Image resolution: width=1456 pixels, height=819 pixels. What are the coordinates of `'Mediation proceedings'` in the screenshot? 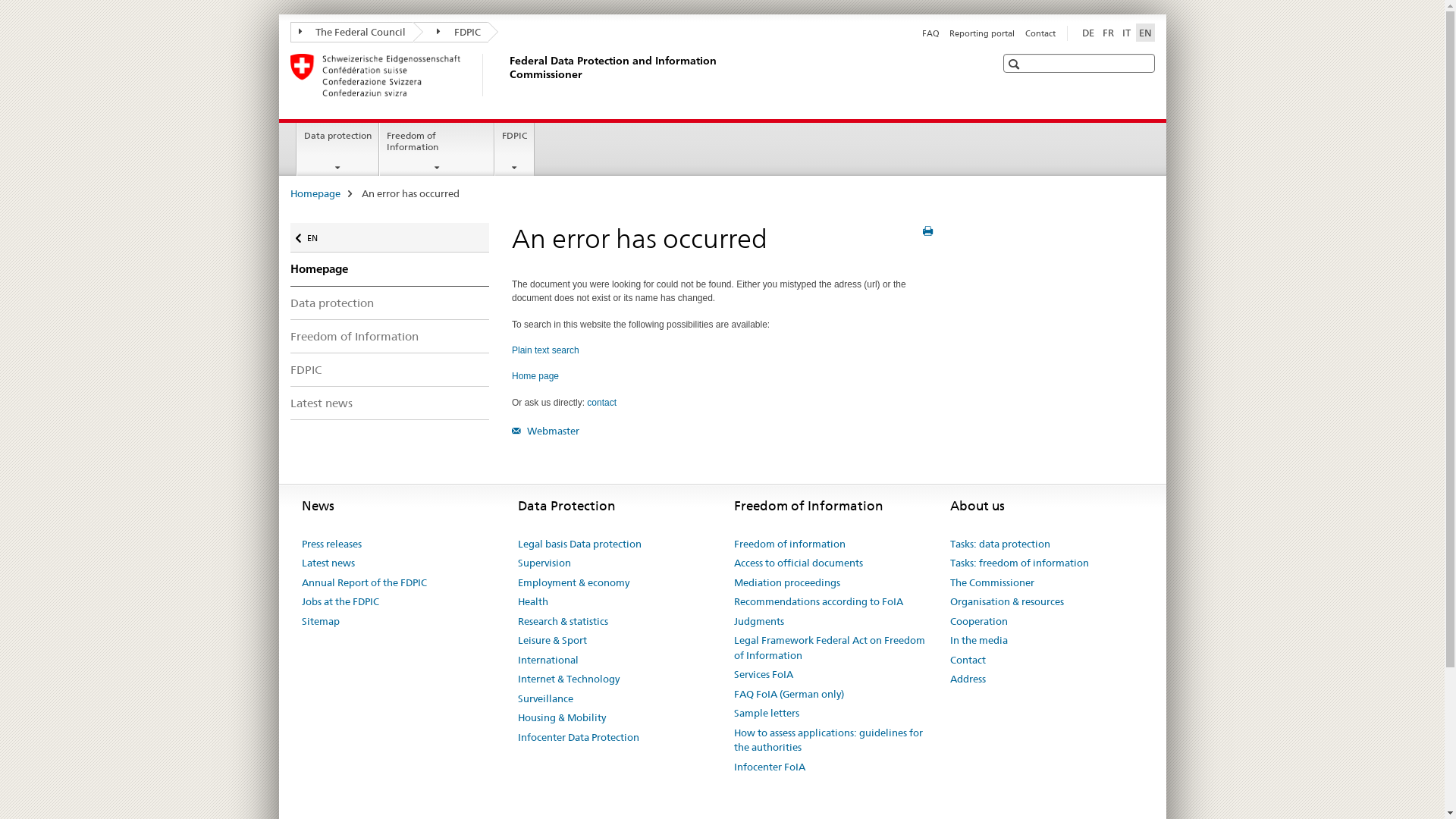 It's located at (786, 582).